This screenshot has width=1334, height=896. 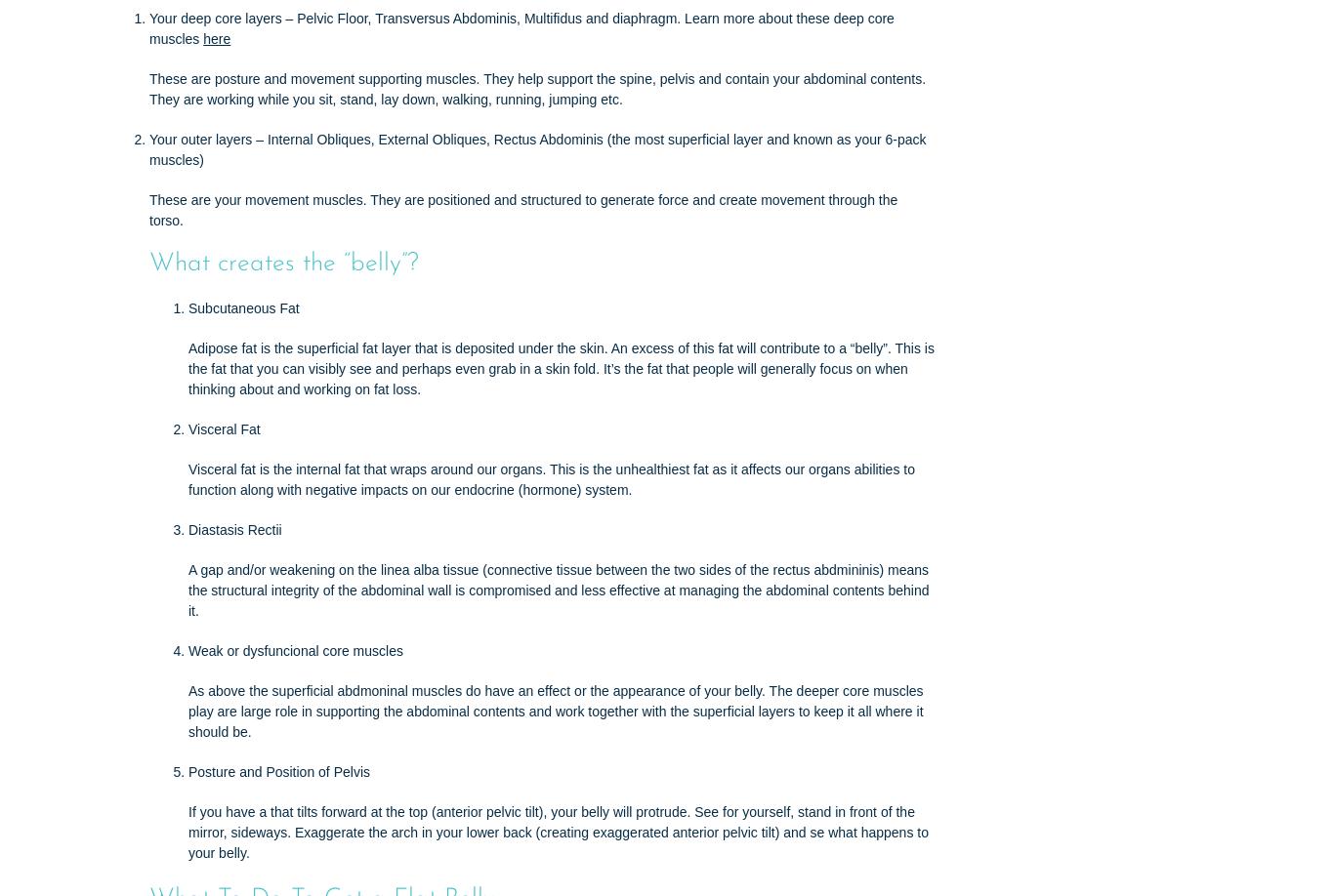 What do you see at coordinates (523, 209) in the screenshot?
I see `'These are your movement muscles. They are positioned and structured to generate force and create movement through the torso.'` at bounding box center [523, 209].